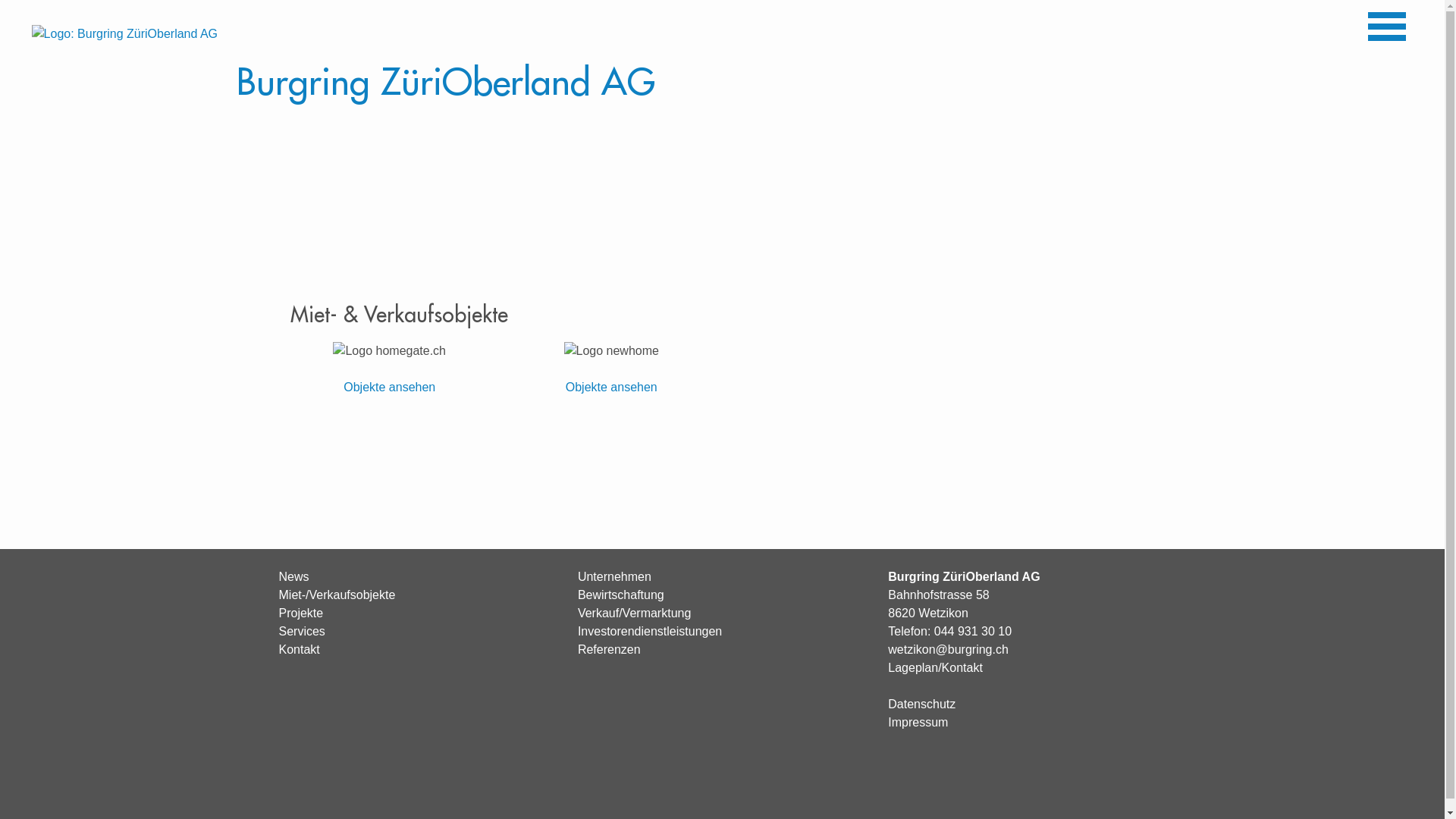 The height and width of the screenshot is (819, 1456). Describe the element at coordinates (609, 648) in the screenshot. I see `'Referenzen'` at that location.